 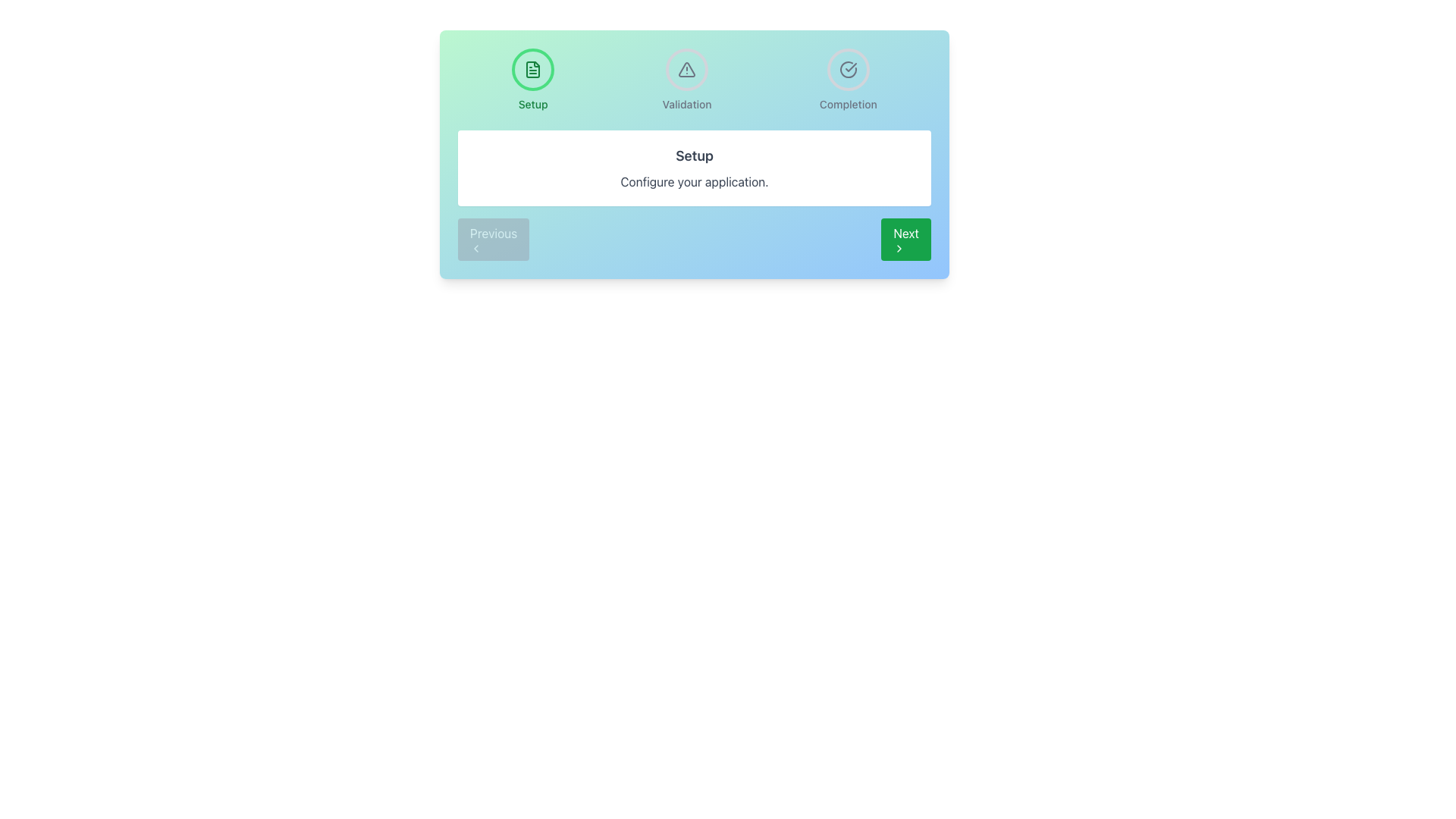 What do you see at coordinates (533, 70) in the screenshot?
I see `the 'Setup' icon located in the top-left corner of the step navigation bar to understand the current step in the workflow` at bounding box center [533, 70].